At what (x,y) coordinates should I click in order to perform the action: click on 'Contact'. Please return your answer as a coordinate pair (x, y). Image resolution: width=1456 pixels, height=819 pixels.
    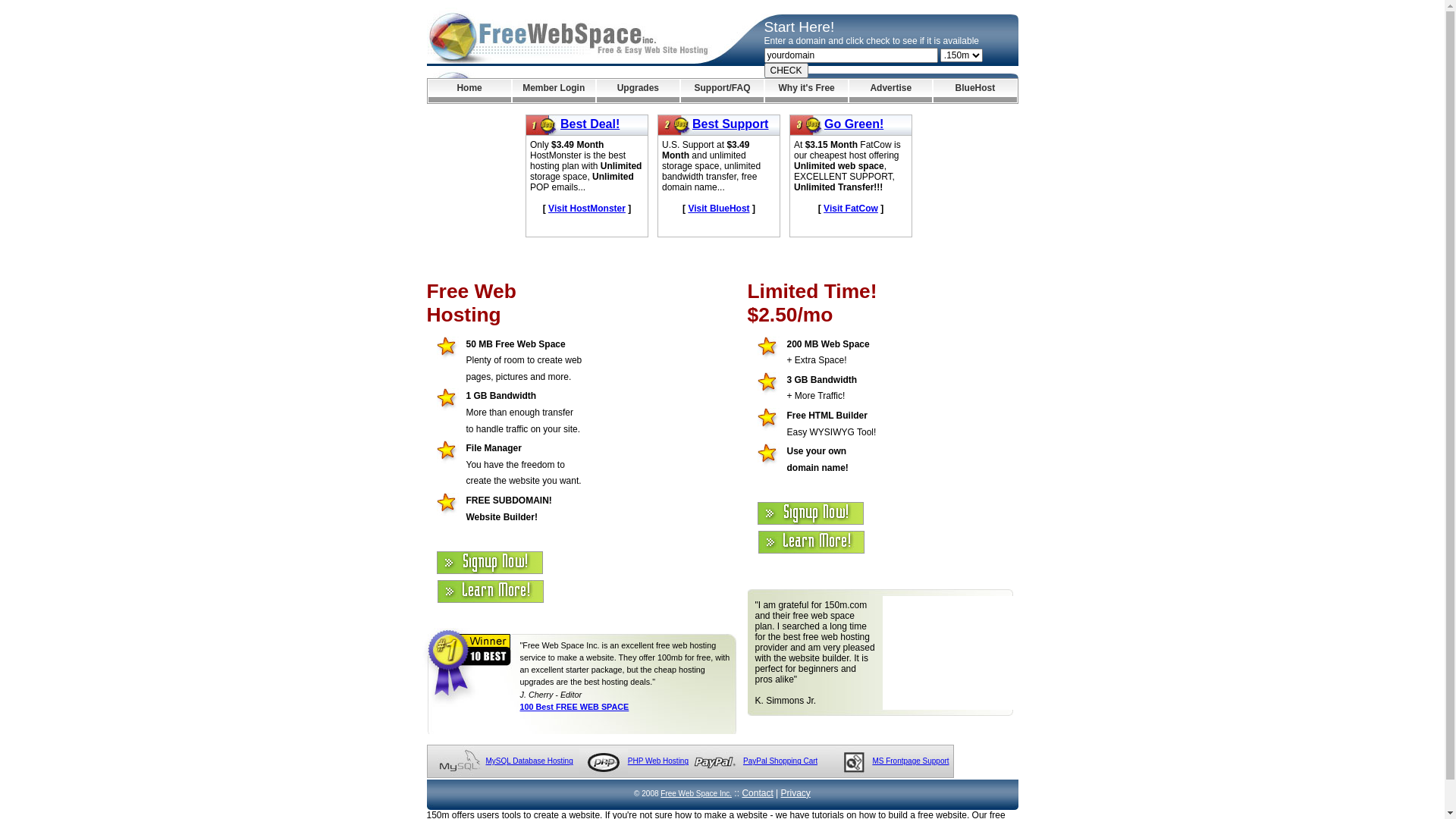
    Looking at the image, I should click on (742, 792).